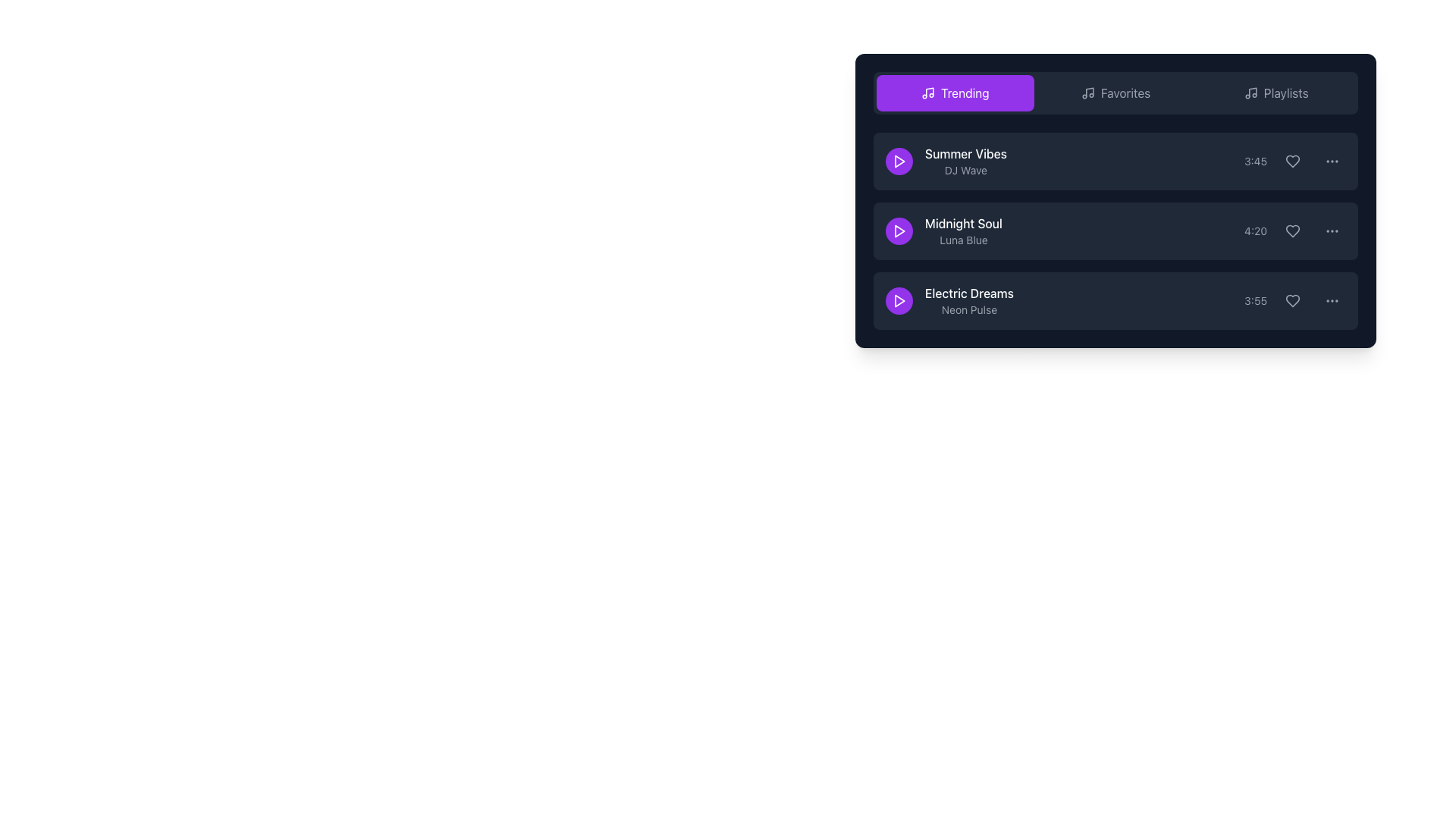  What do you see at coordinates (963, 231) in the screenshot?
I see `text displayed in the text block located in the second row of the playlist, which describes a music track by showing its title and artist name, positioned to the right of a purple play button and above the track duration` at bounding box center [963, 231].